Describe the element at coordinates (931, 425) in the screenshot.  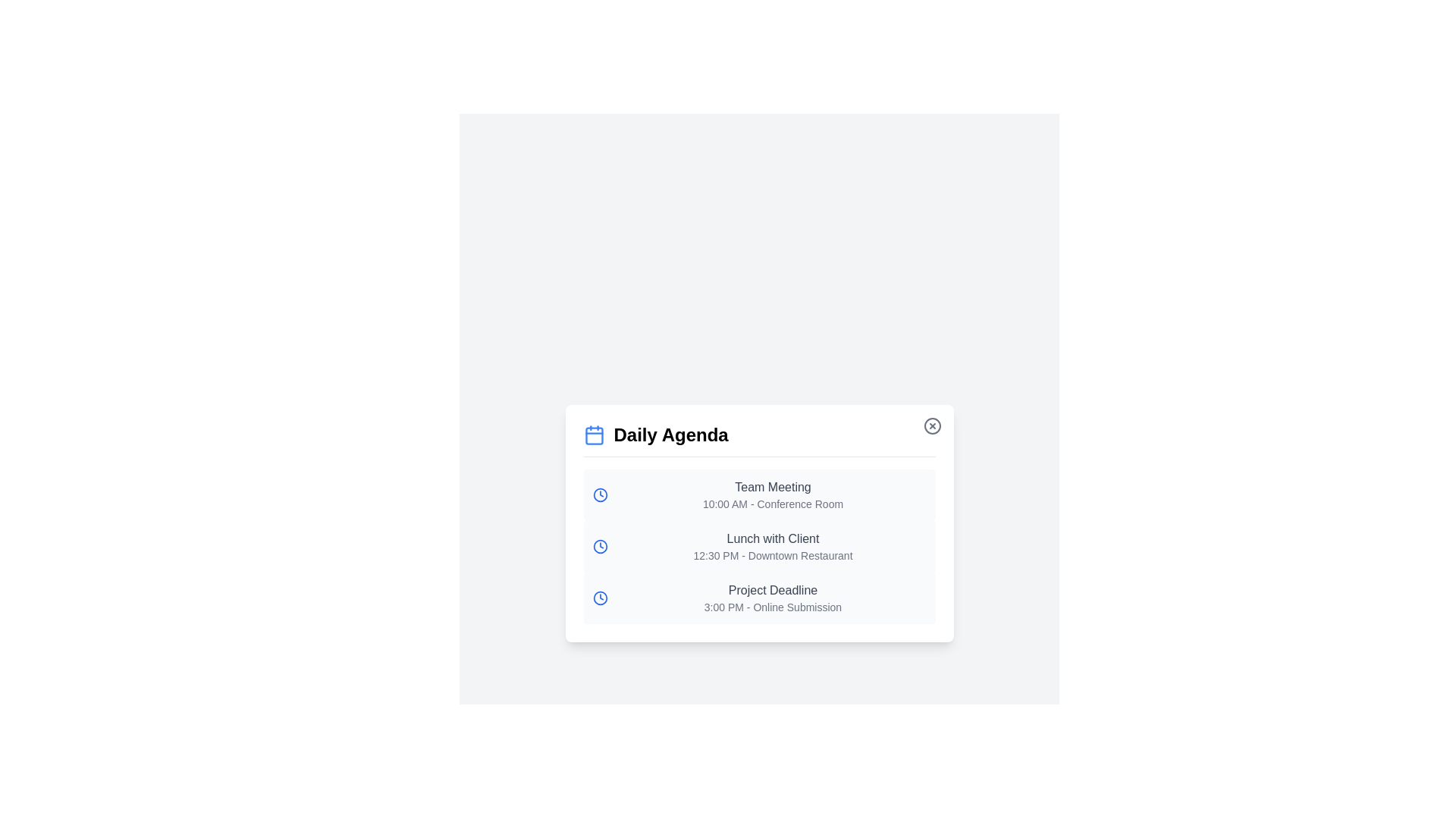
I see `the close button to close the dialog` at that location.